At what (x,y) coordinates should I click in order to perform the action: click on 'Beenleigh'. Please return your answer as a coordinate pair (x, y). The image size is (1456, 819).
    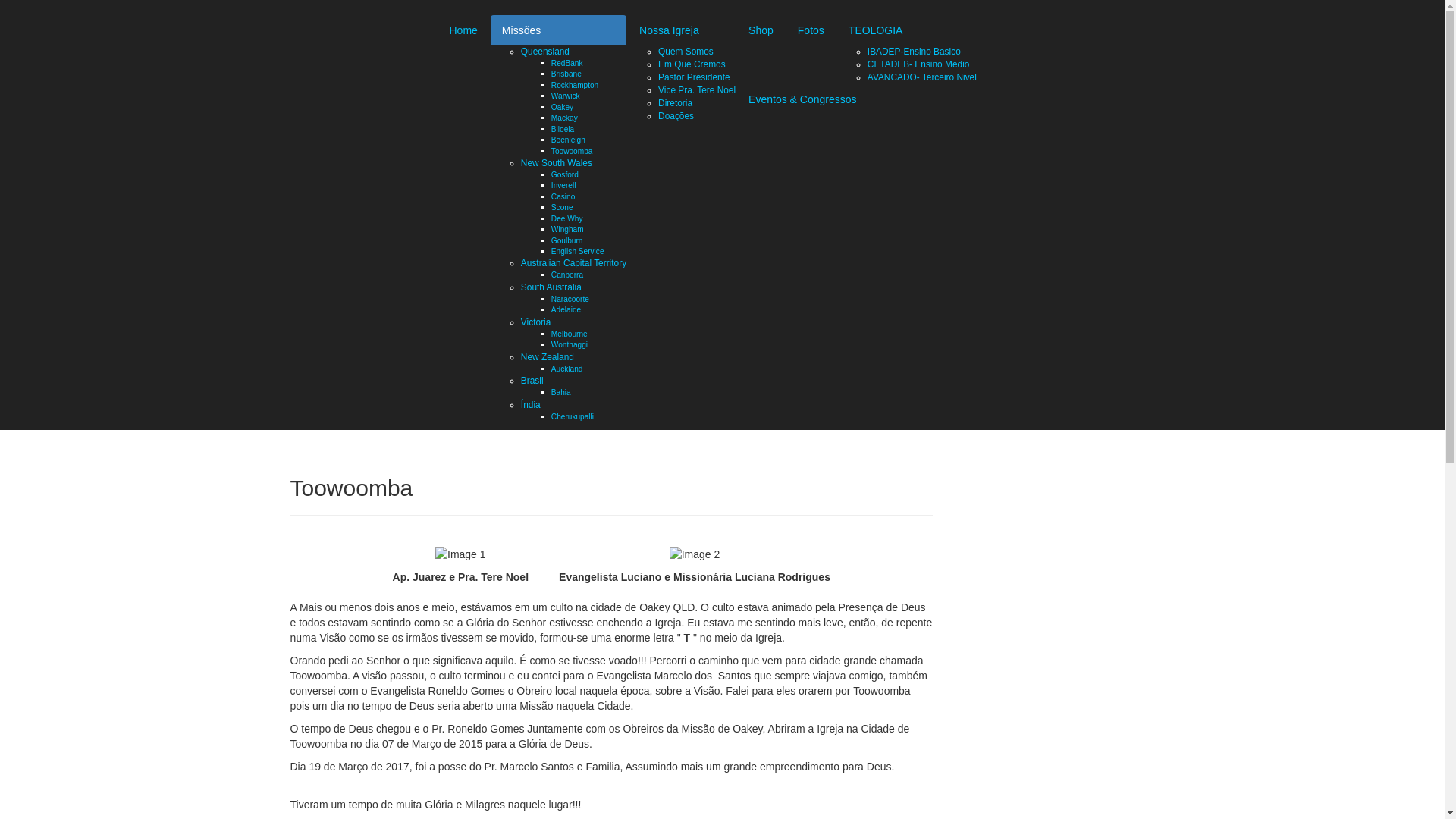
    Looking at the image, I should click on (567, 140).